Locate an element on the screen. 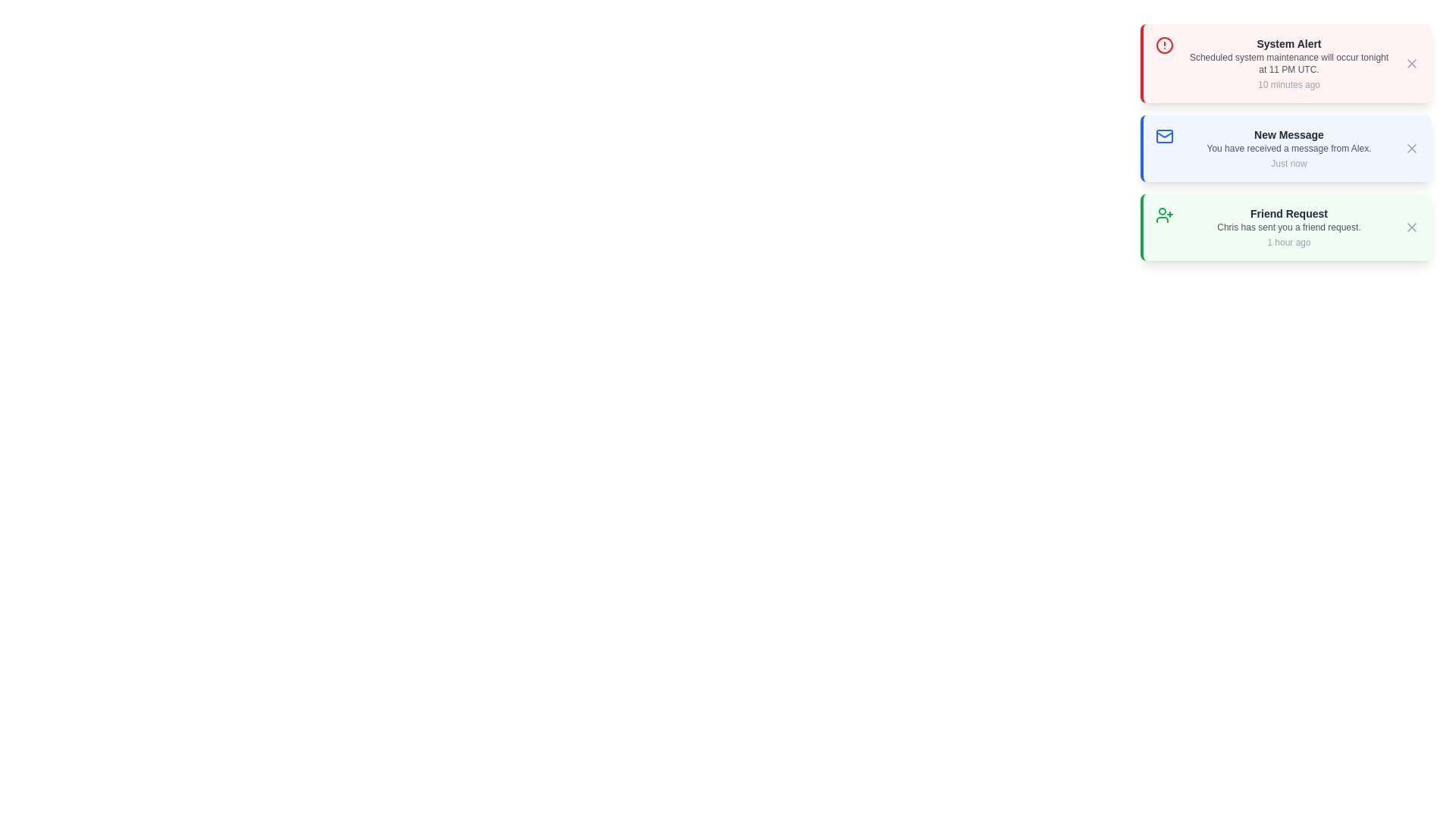 Image resolution: width=1456 pixels, height=819 pixels. the notification panel indicating a new message, which has a light blue background and contains the text 'New Message' and a close button on the right is located at coordinates (1285, 149).